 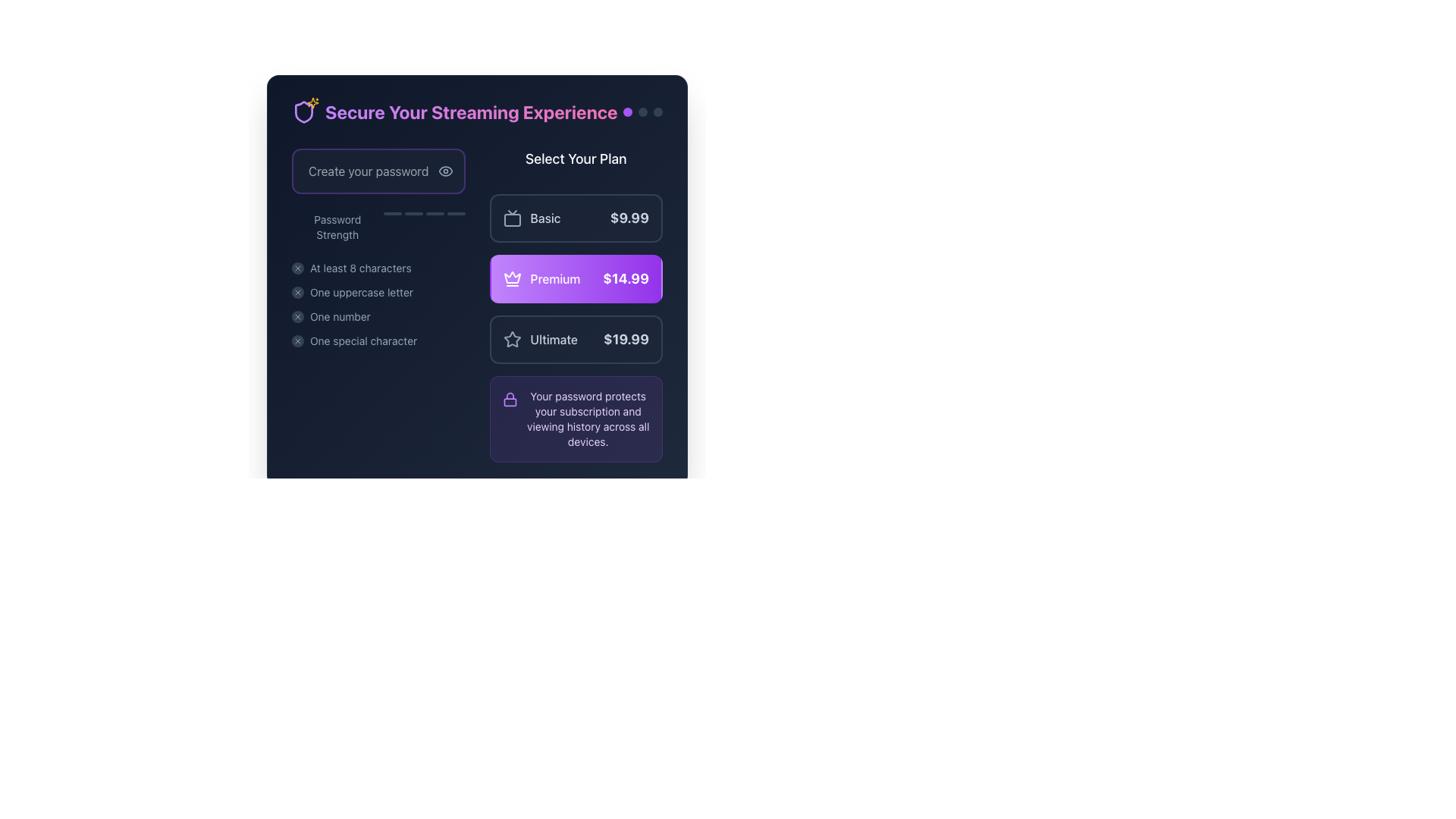 I want to click on the third list item that indicates the requirement for the password to contain at least one numeric character, positioned under 'At least 8 characters' and 'One uppercase letter.', so click(x=378, y=305).